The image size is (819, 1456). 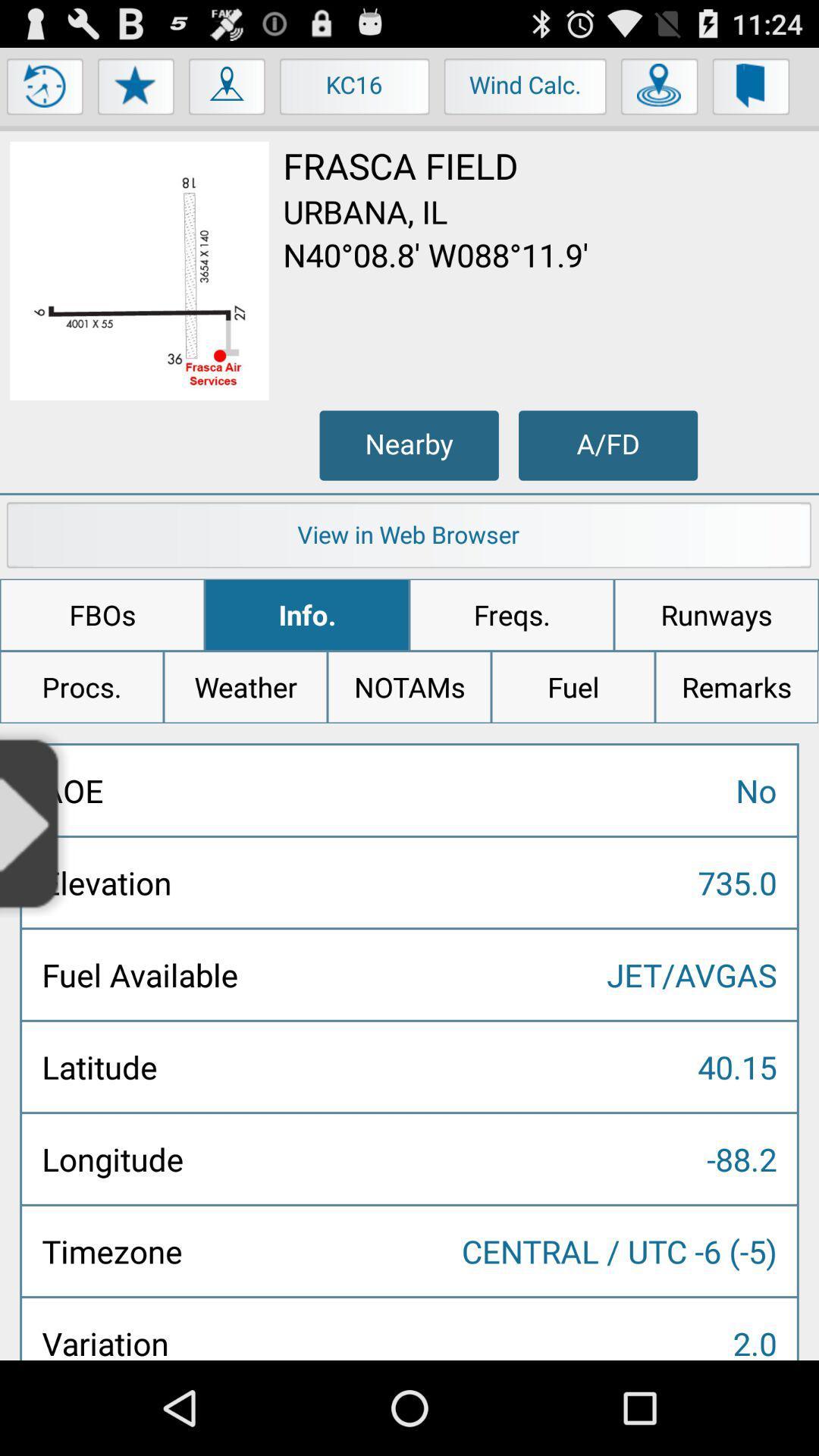 I want to click on location, so click(x=659, y=89).